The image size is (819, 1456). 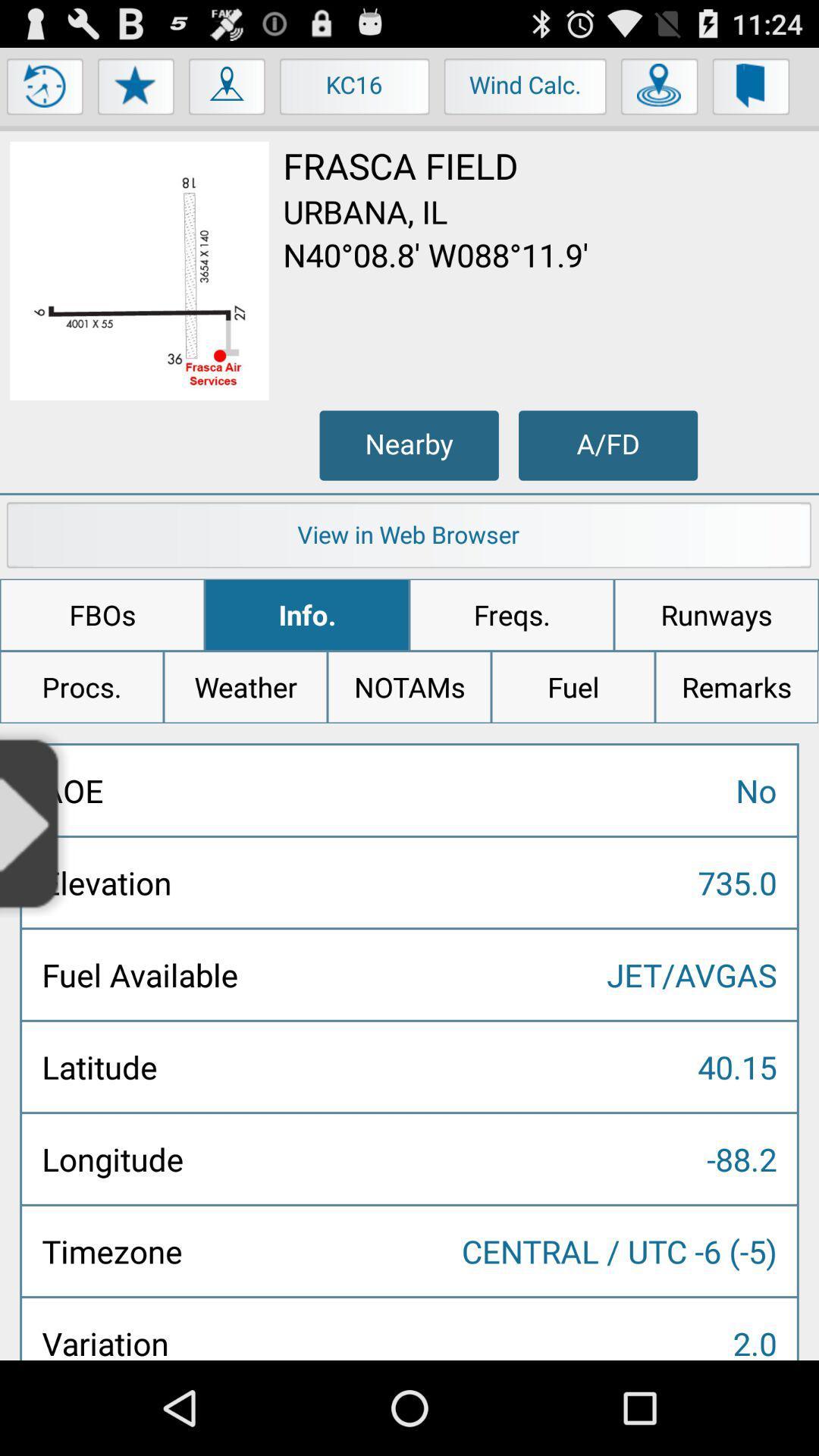 I want to click on location, so click(x=659, y=89).